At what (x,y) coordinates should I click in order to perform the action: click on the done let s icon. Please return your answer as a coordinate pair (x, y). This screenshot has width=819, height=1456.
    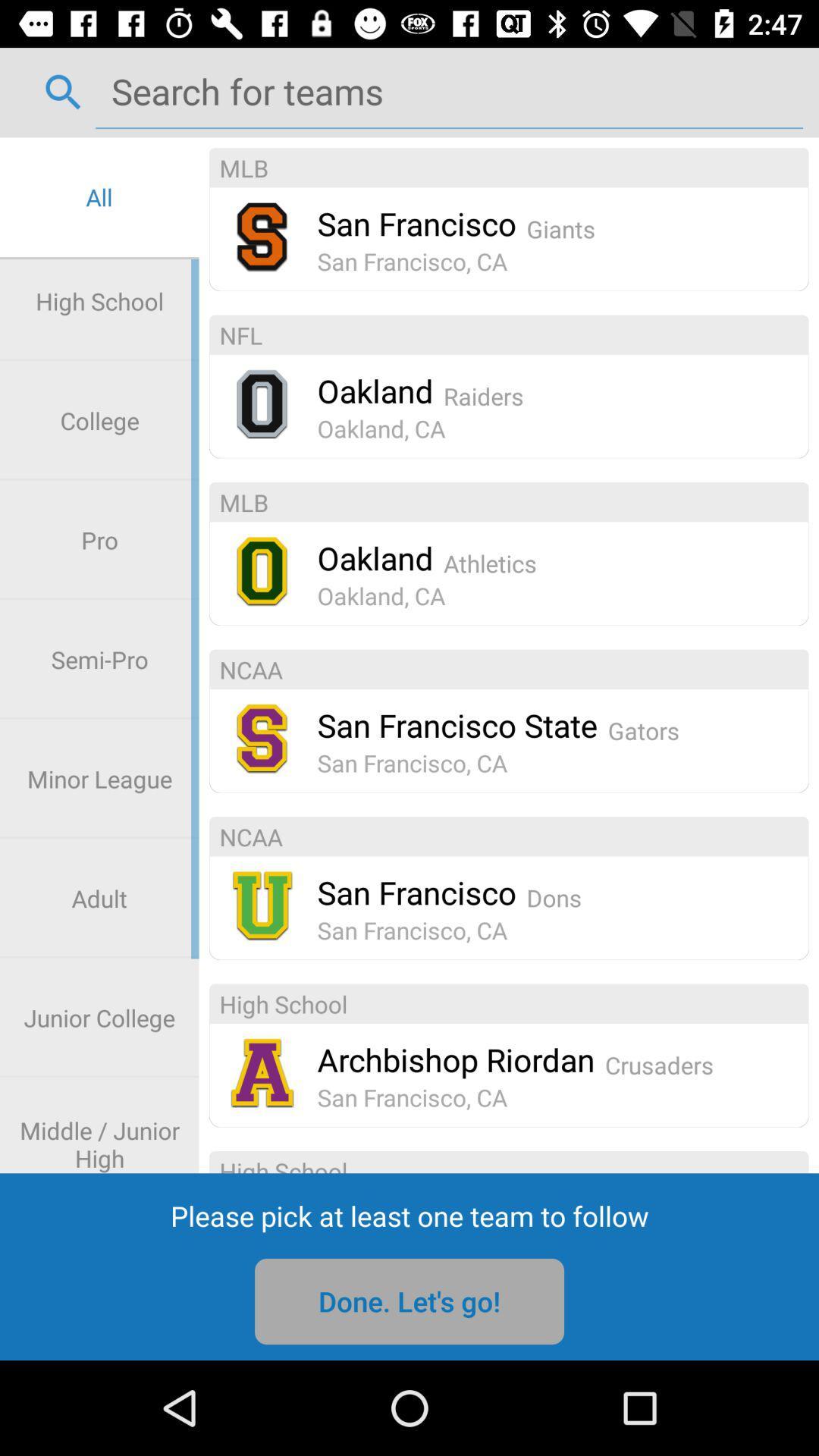
    Looking at the image, I should click on (409, 1301).